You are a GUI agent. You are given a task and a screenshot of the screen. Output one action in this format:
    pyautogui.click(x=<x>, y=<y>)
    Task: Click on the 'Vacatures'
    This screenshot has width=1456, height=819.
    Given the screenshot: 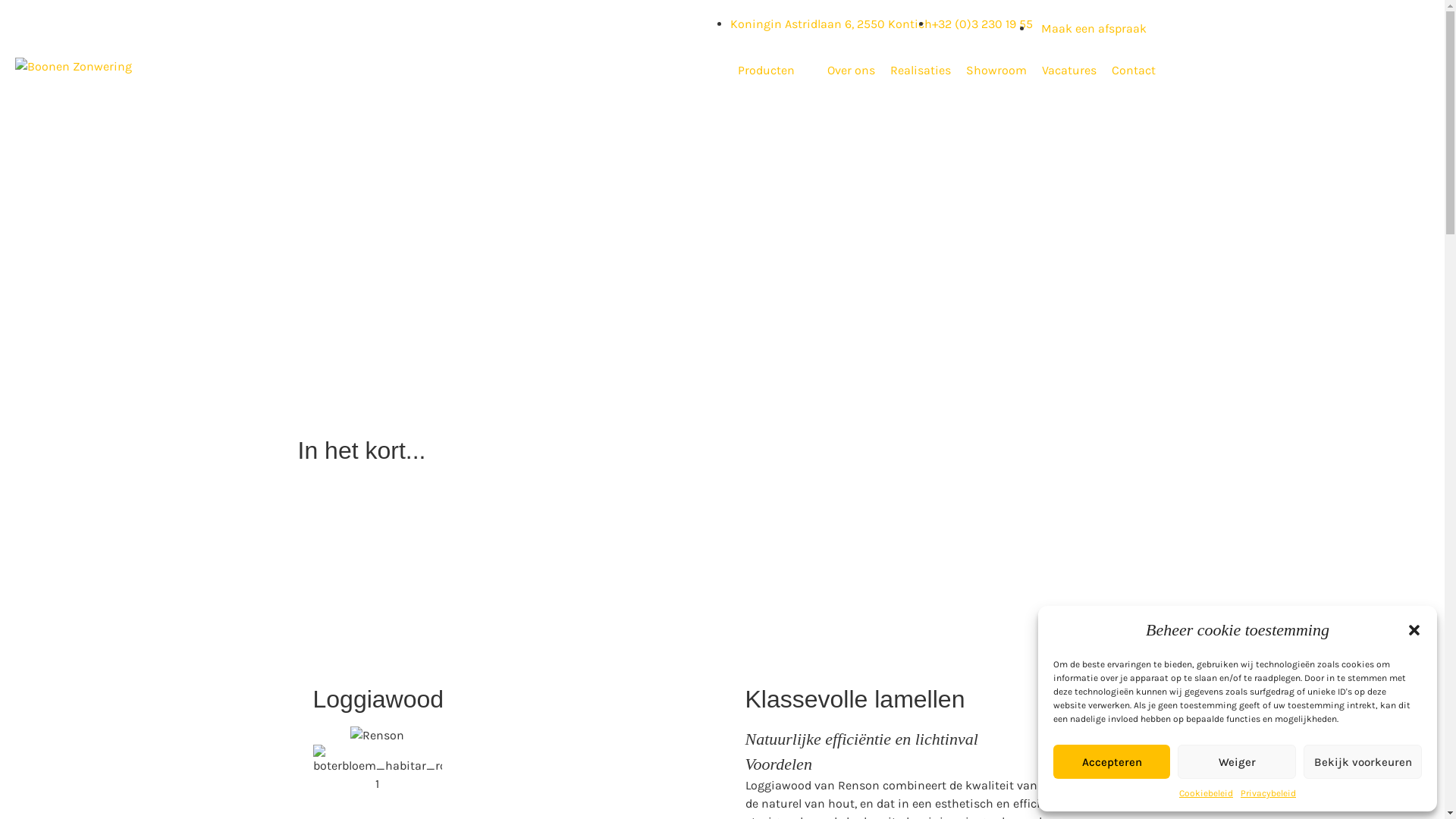 What is the action you would take?
    pyautogui.click(x=1068, y=70)
    